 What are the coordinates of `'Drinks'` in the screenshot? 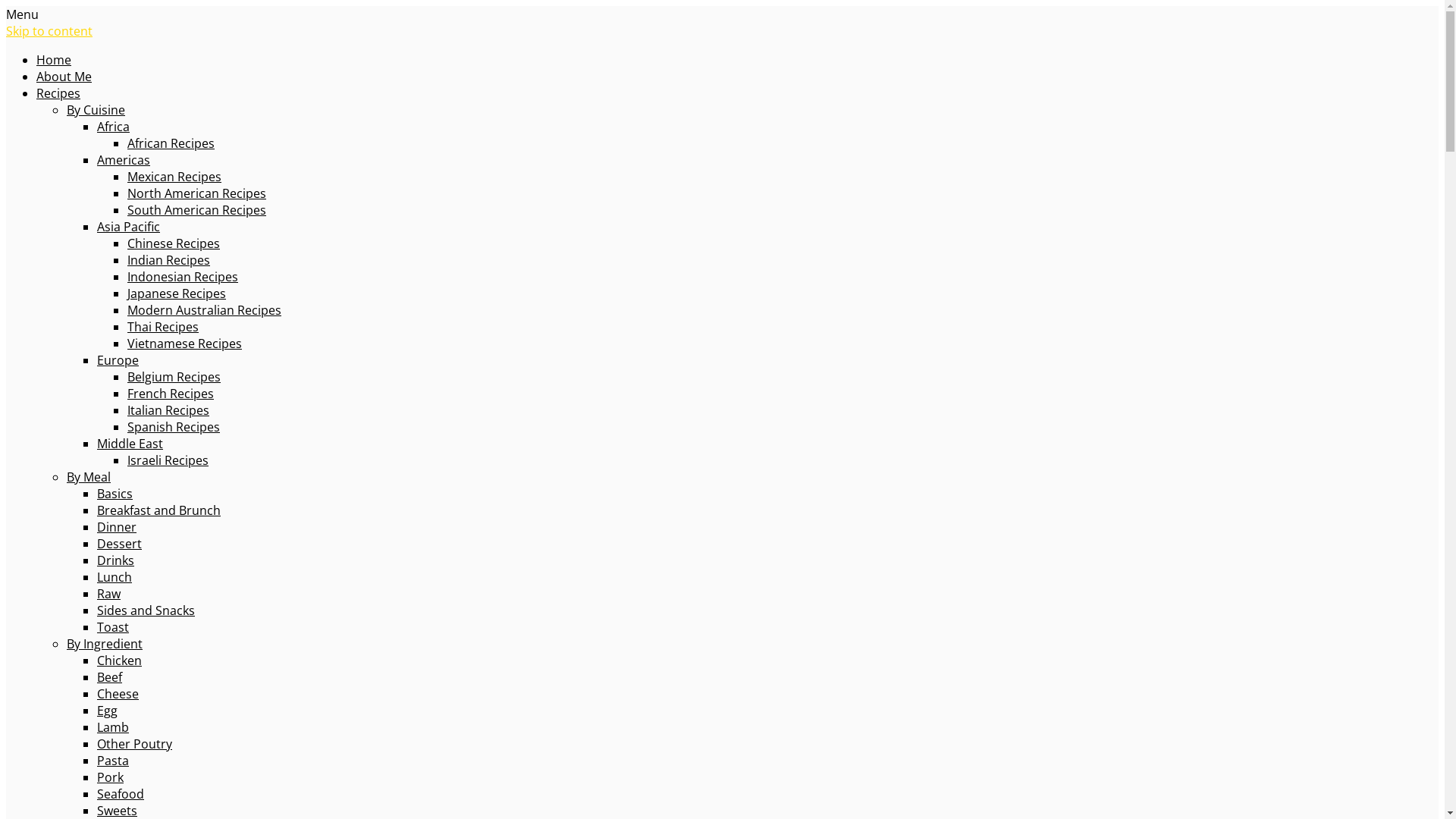 It's located at (115, 560).